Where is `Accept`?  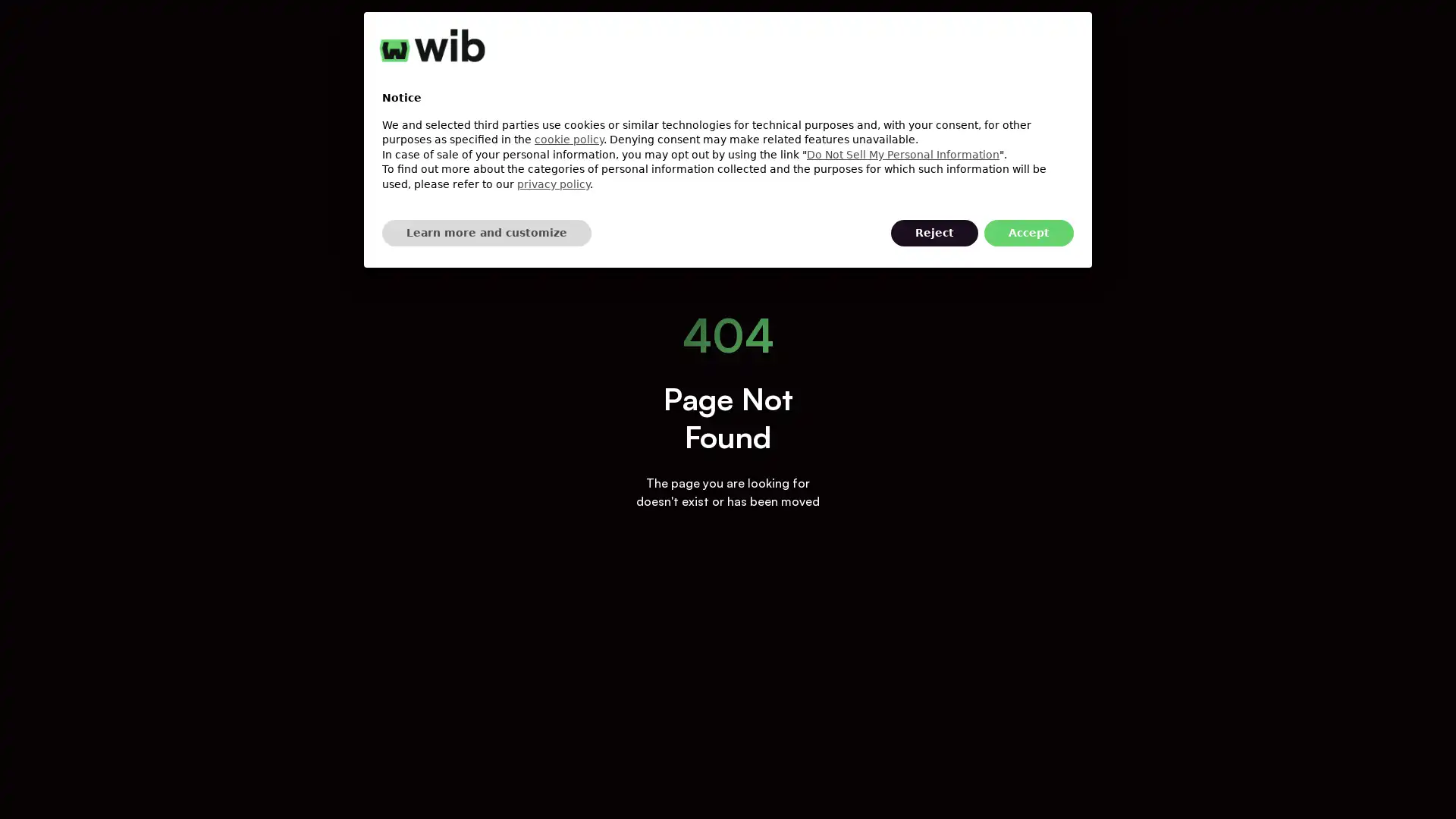
Accept is located at coordinates (1029, 233).